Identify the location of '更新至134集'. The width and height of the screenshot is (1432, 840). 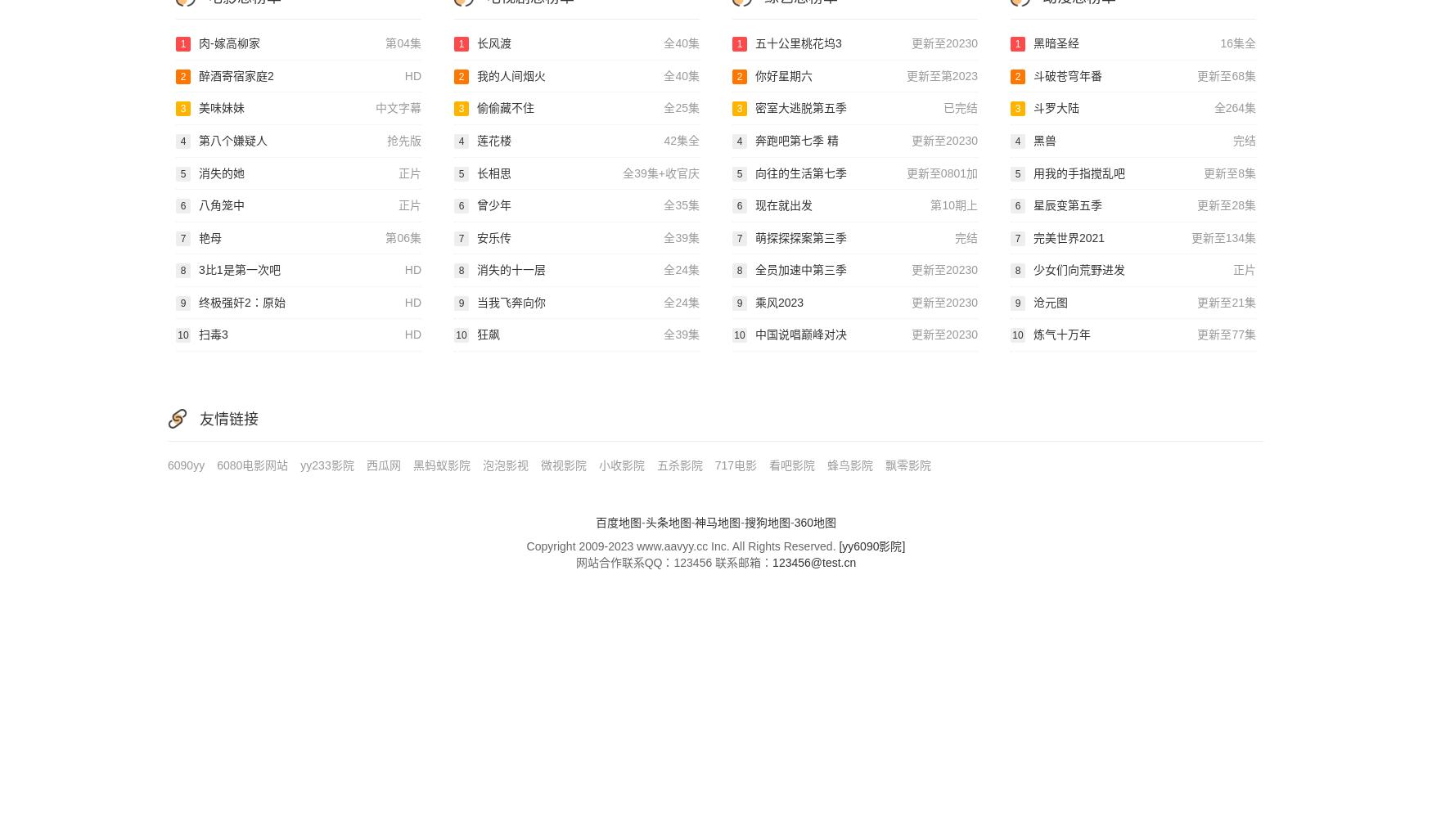
(1223, 236).